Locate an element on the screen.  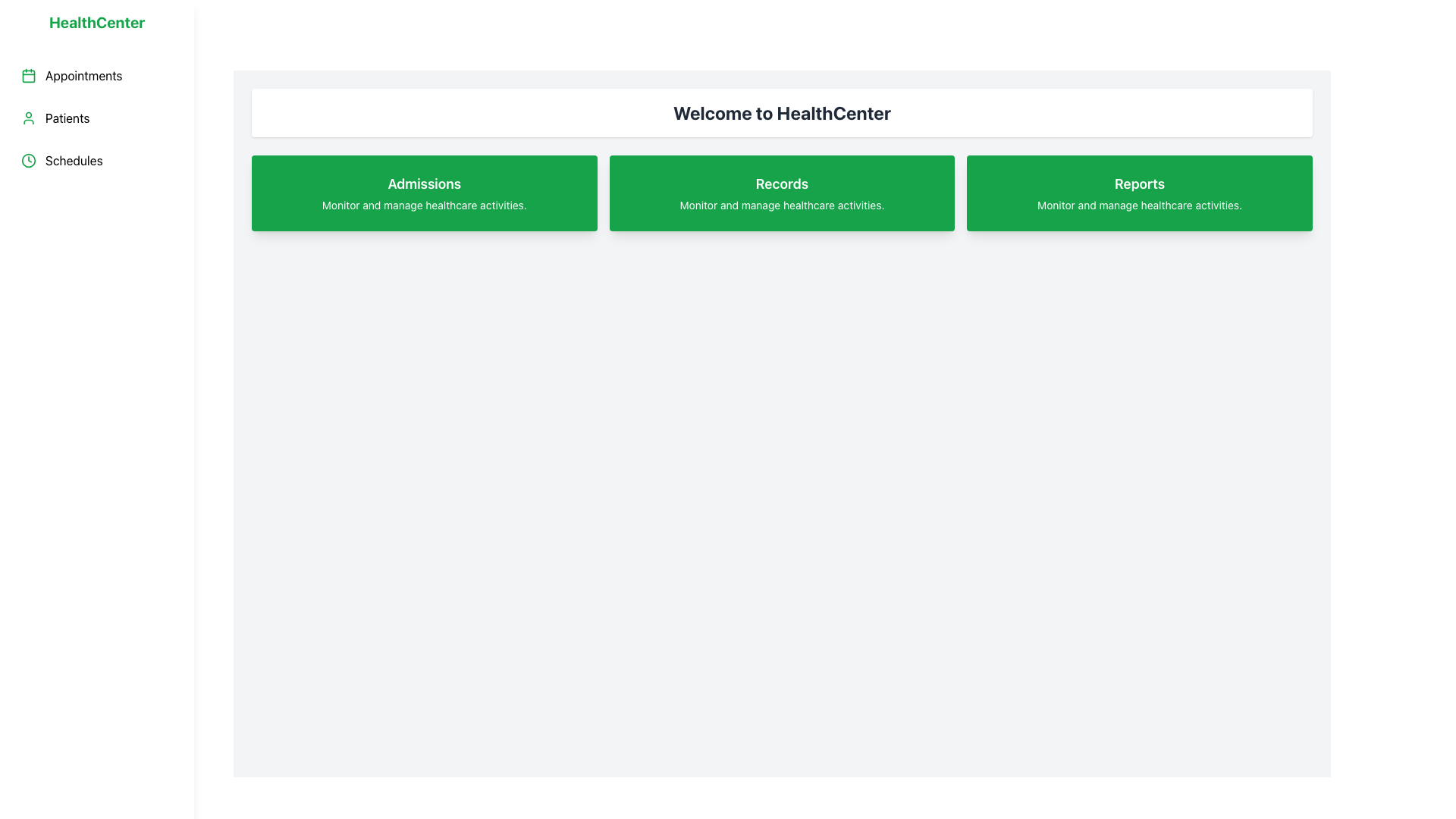
the welcoming header text element located at the top-center of the main content area, which establishes the application's identity is located at coordinates (782, 112).